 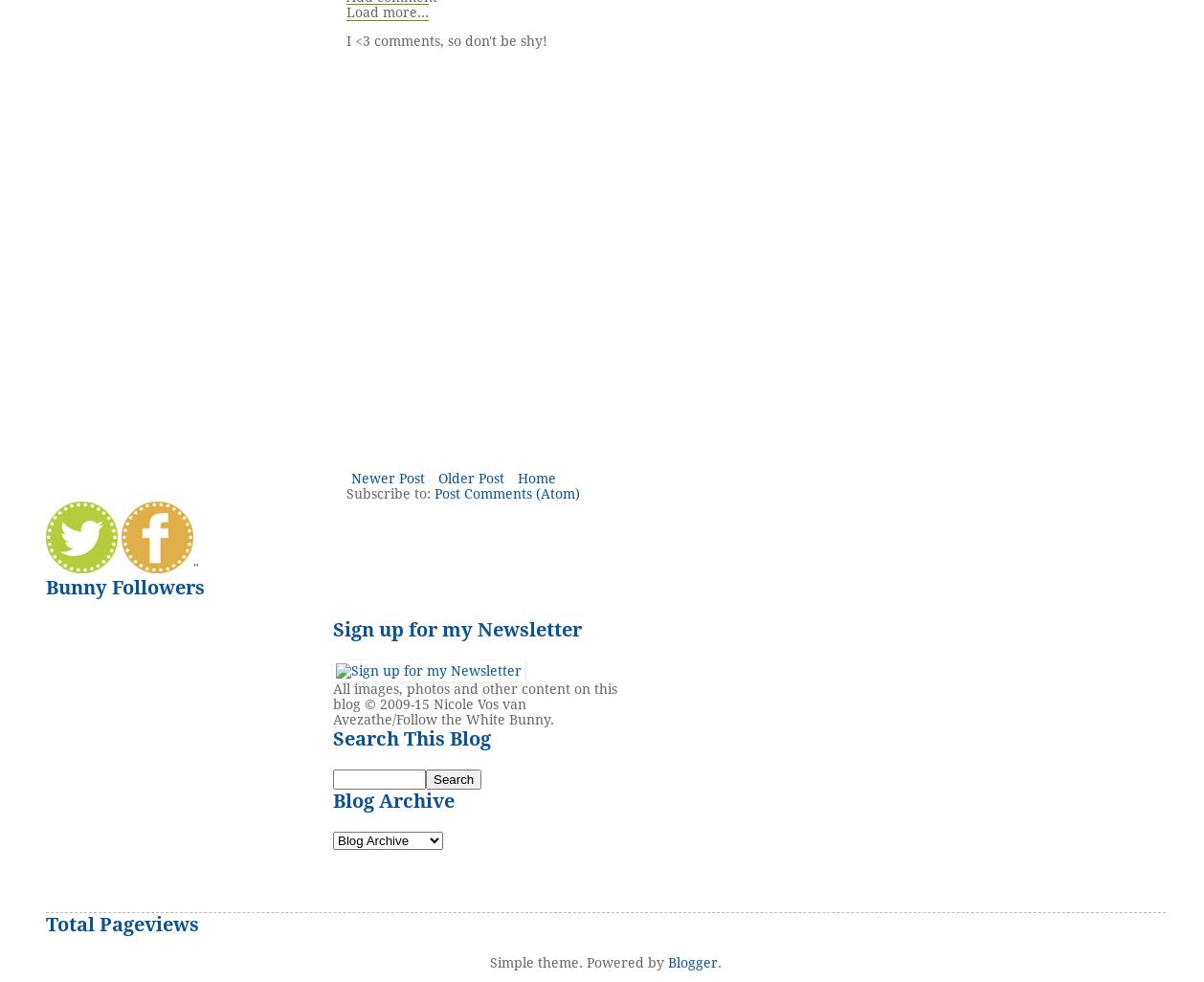 I want to click on 'Blog Archive', so click(x=392, y=801).